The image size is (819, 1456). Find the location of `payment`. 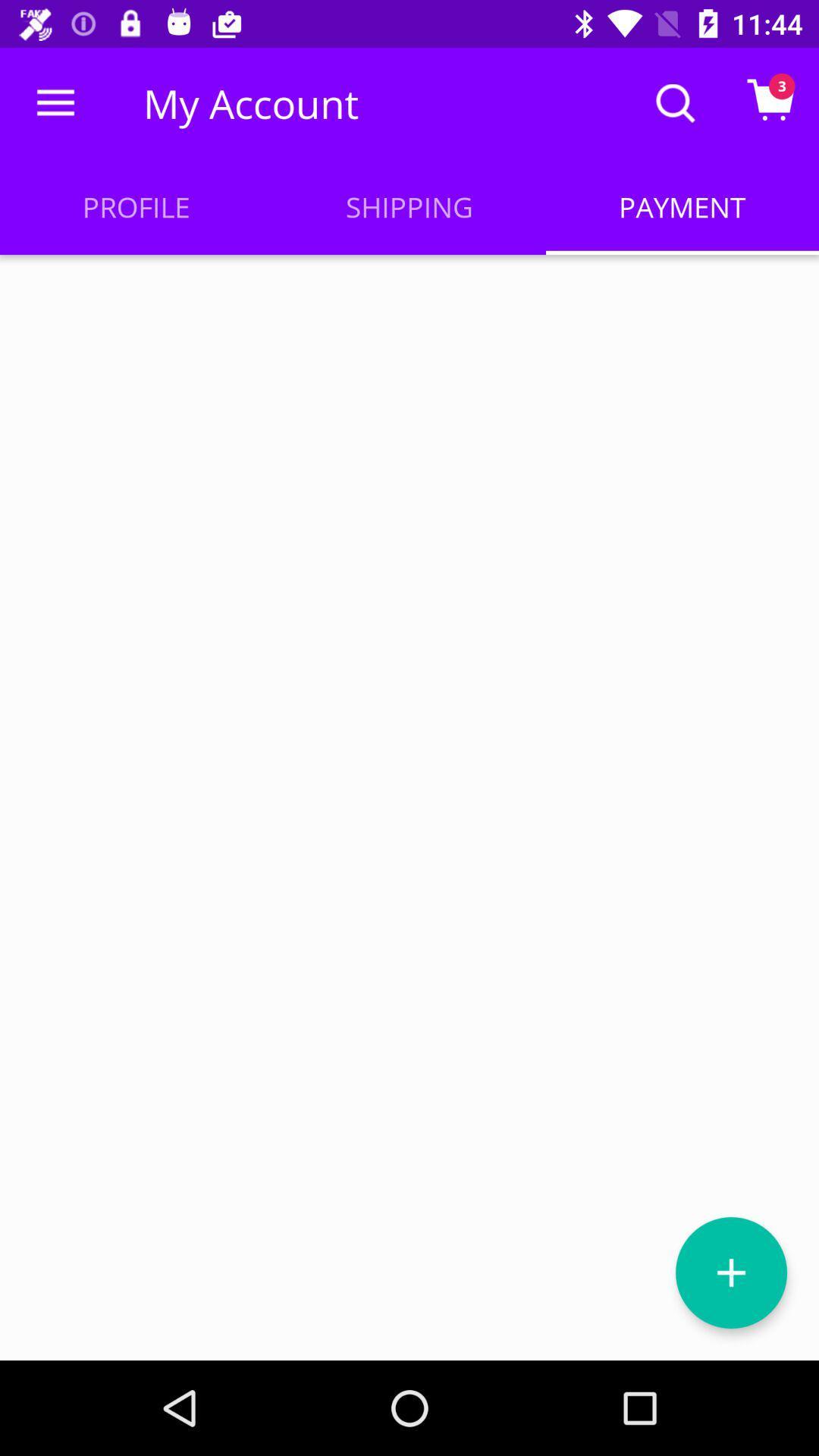

payment is located at coordinates (730, 1272).